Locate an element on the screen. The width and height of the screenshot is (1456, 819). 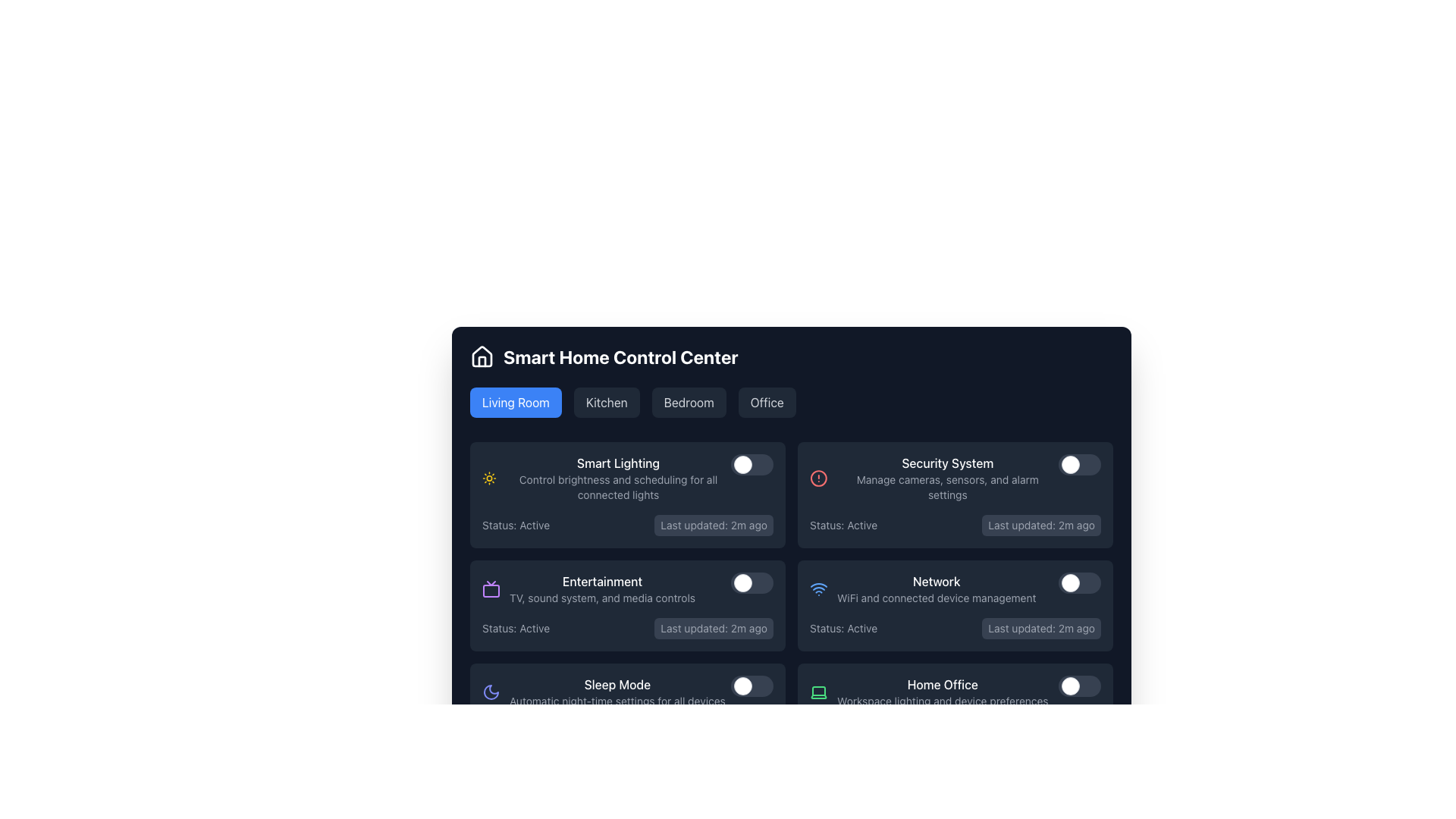
the 'Living Room' category button located at the top-left of the card under the 'Smart Home Control Center' title is located at coordinates (516, 402).